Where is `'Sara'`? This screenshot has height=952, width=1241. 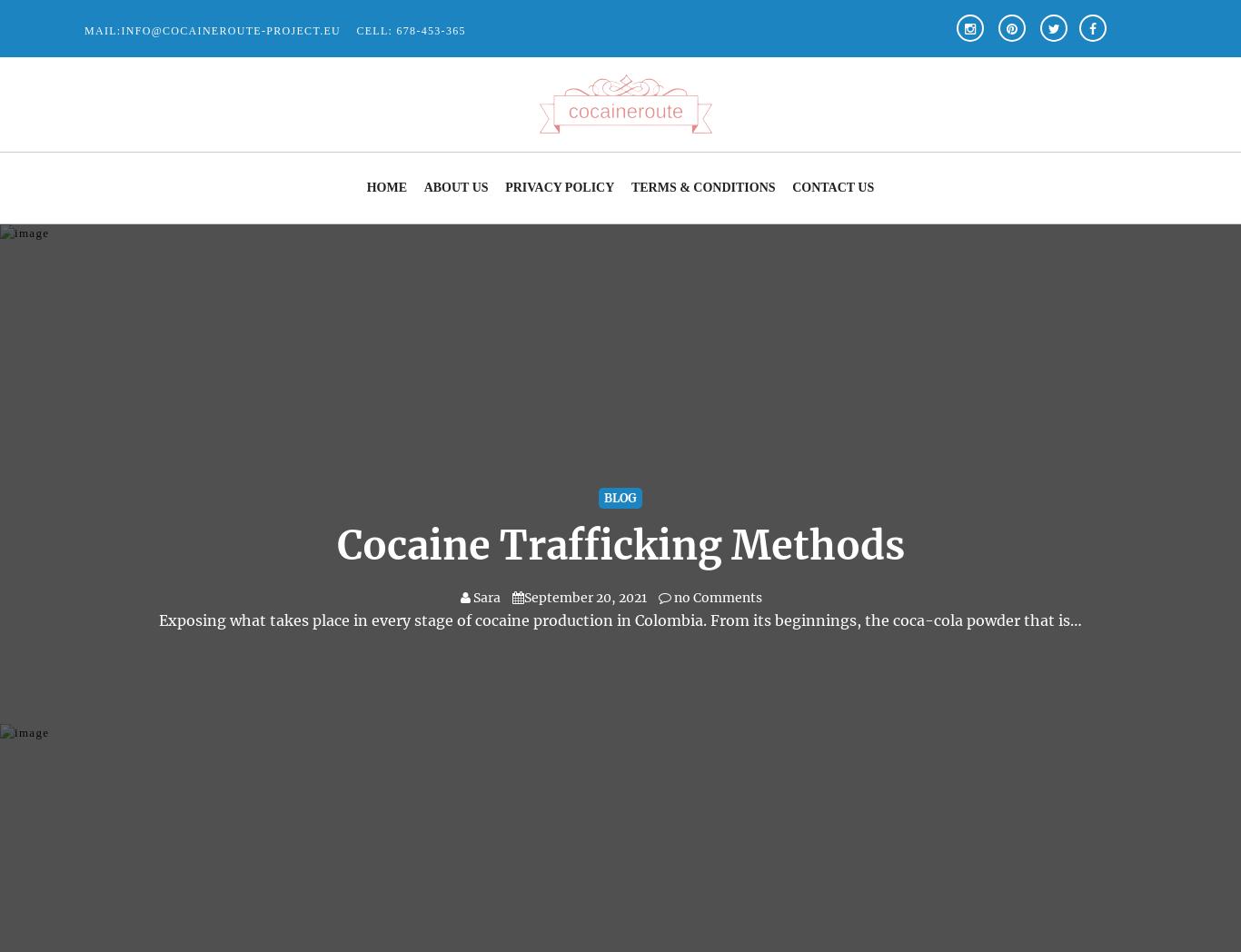 'Sara' is located at coordinates (487, 598).